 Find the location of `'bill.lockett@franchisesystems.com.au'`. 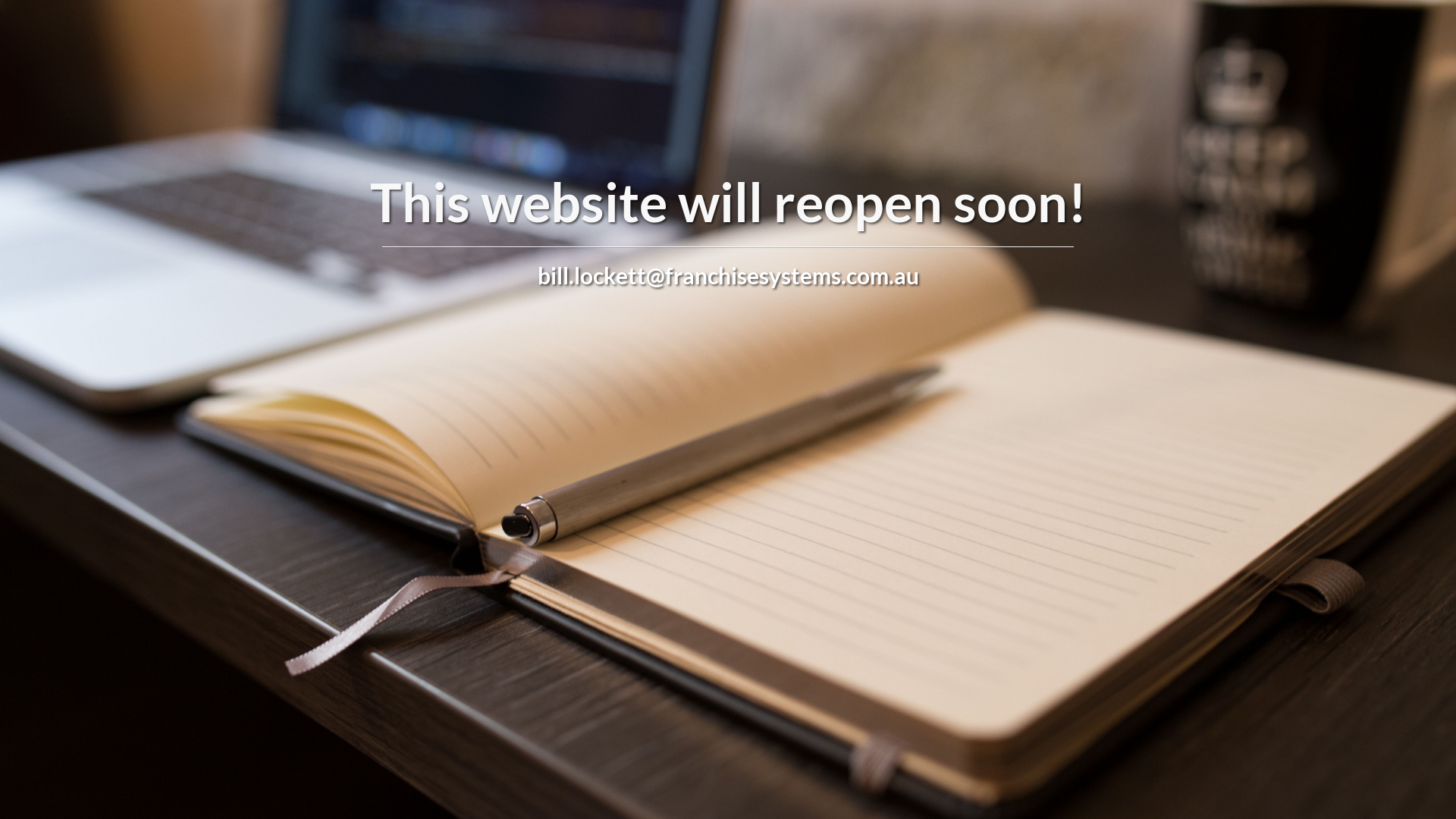

'bill.lockett@franchisesystems.com.au' is located at coordinates (726, 275).